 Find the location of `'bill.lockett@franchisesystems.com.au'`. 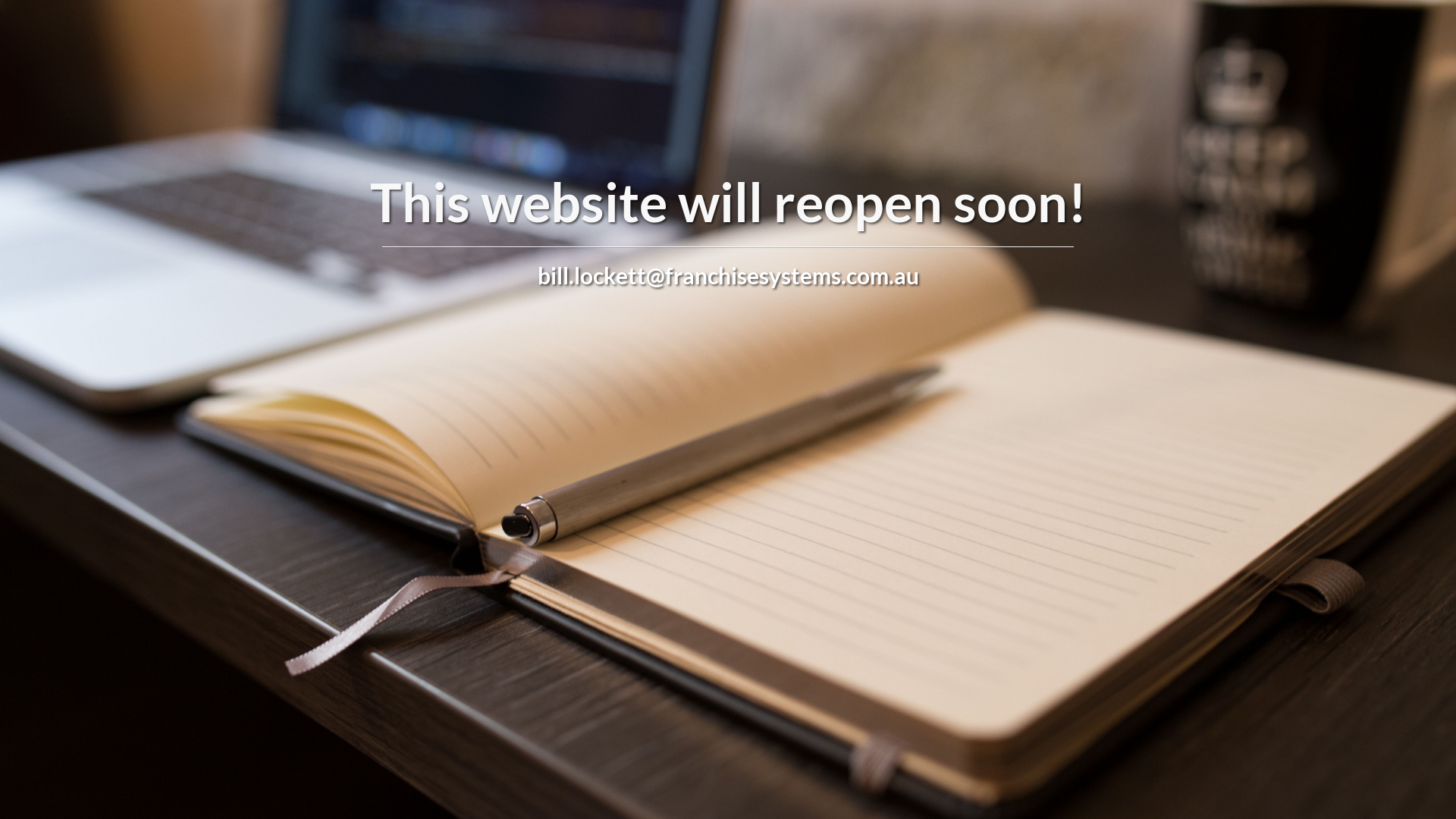

'bill.lockett@franchisesystems.com.au' is located at coordinates (726, 275).